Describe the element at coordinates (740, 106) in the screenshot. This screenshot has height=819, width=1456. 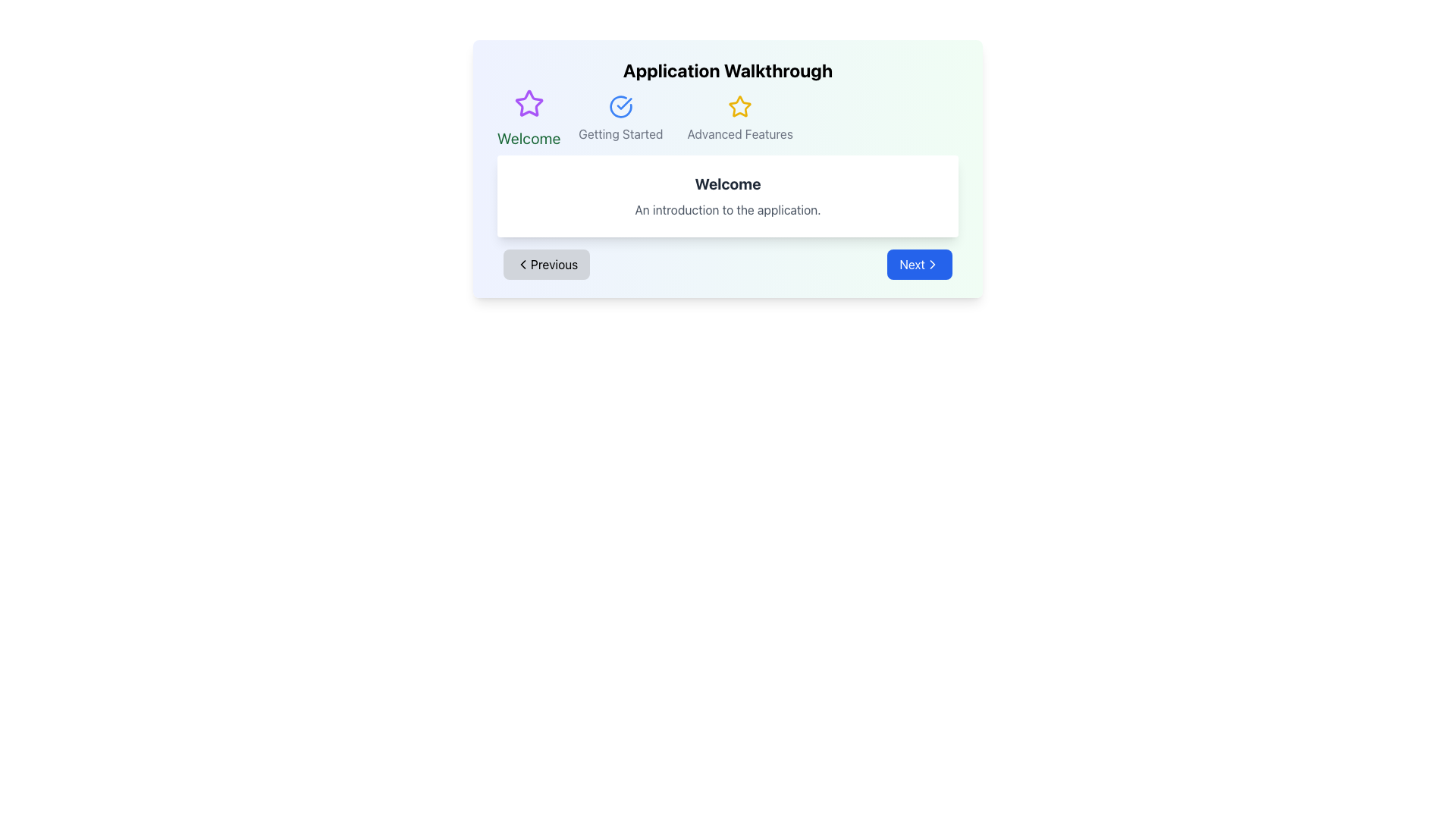
I see `the icon indicating the 'Advanced Features' section in the application walkthrough, located in the top-right section of the header` at that location.